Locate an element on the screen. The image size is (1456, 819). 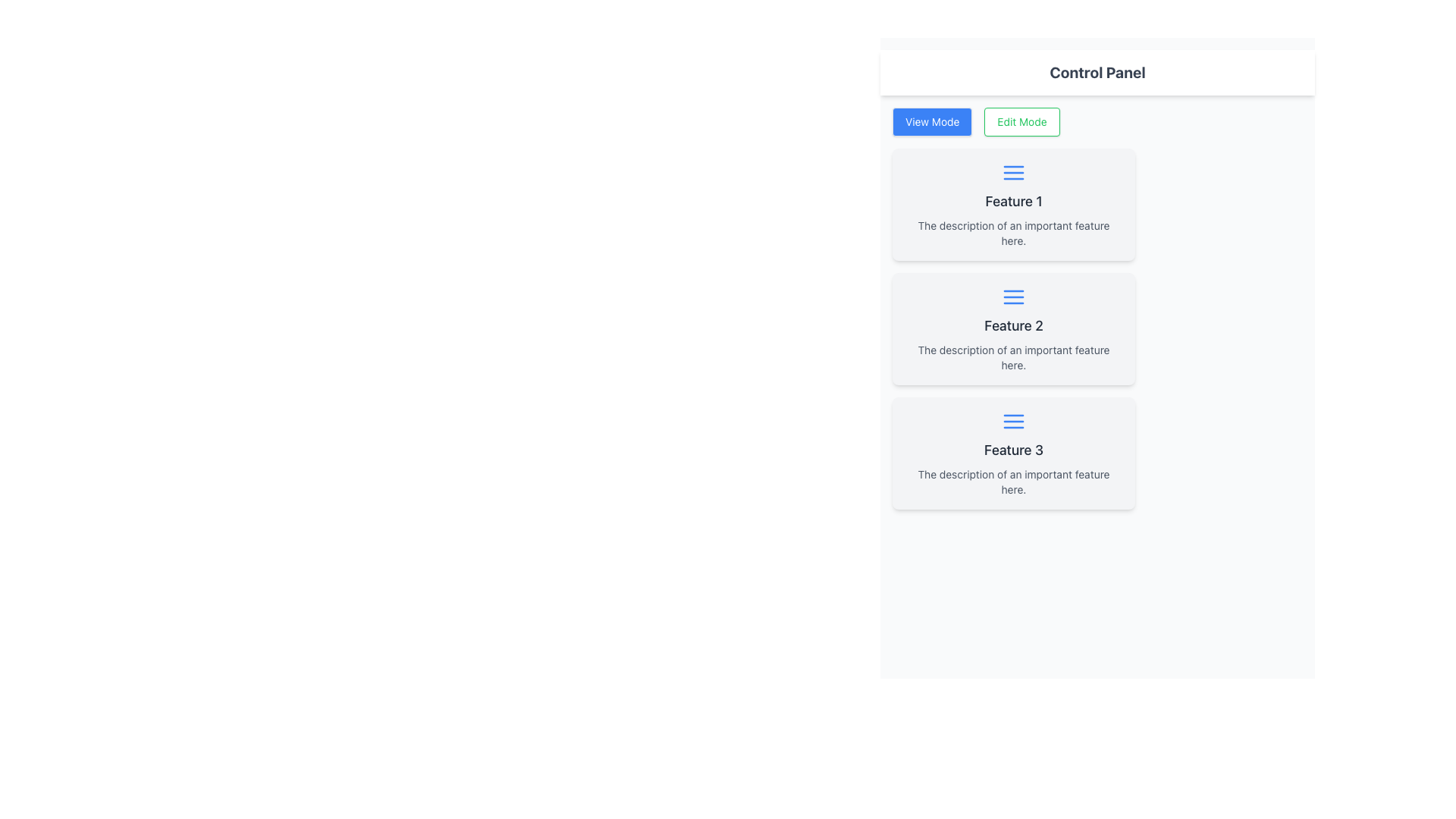
the text block displaying 'The description of an important feature here.' which is positioned below the heading 'Feature 2' in the second feature box is located at coordinates (1014, 357).